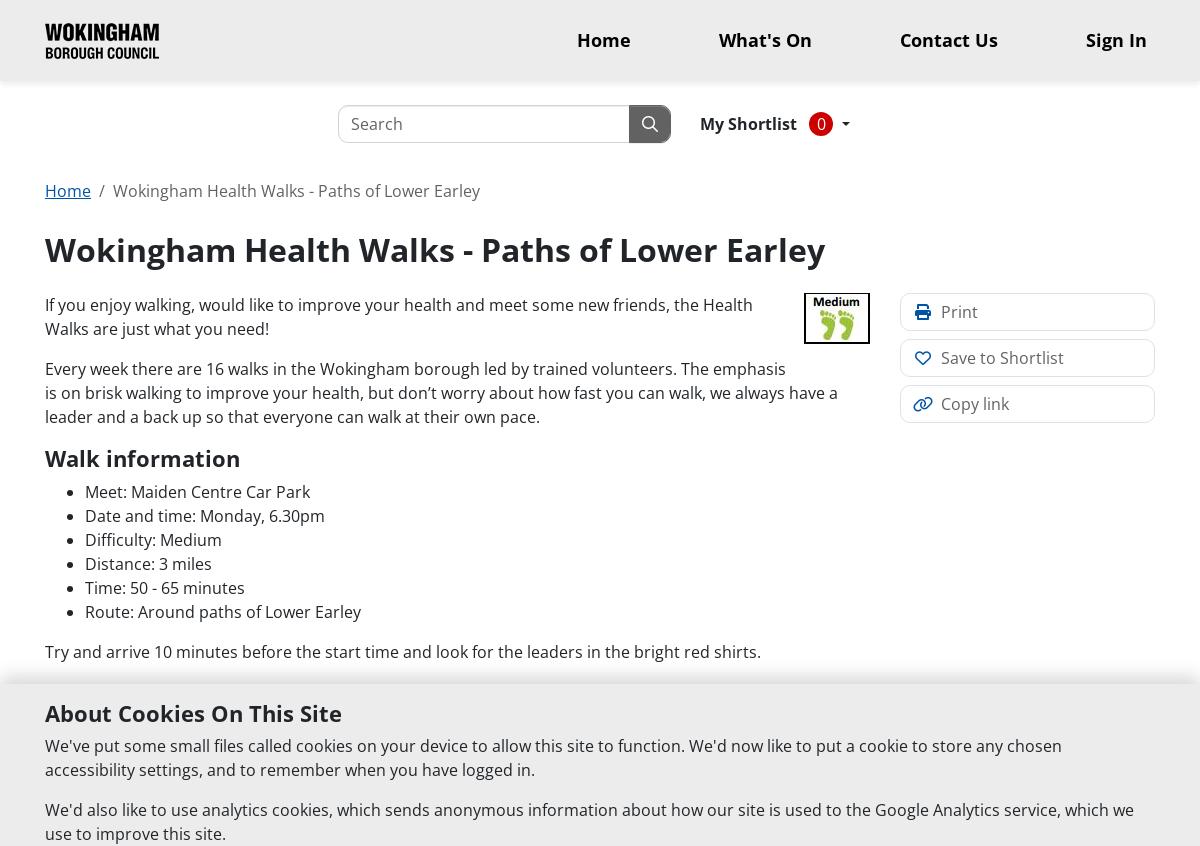 The image size is (1200, 846). What do you see at coordinates (941, 311) in the screenshot?
I see `'Print'` at bounding box center [941, 311].